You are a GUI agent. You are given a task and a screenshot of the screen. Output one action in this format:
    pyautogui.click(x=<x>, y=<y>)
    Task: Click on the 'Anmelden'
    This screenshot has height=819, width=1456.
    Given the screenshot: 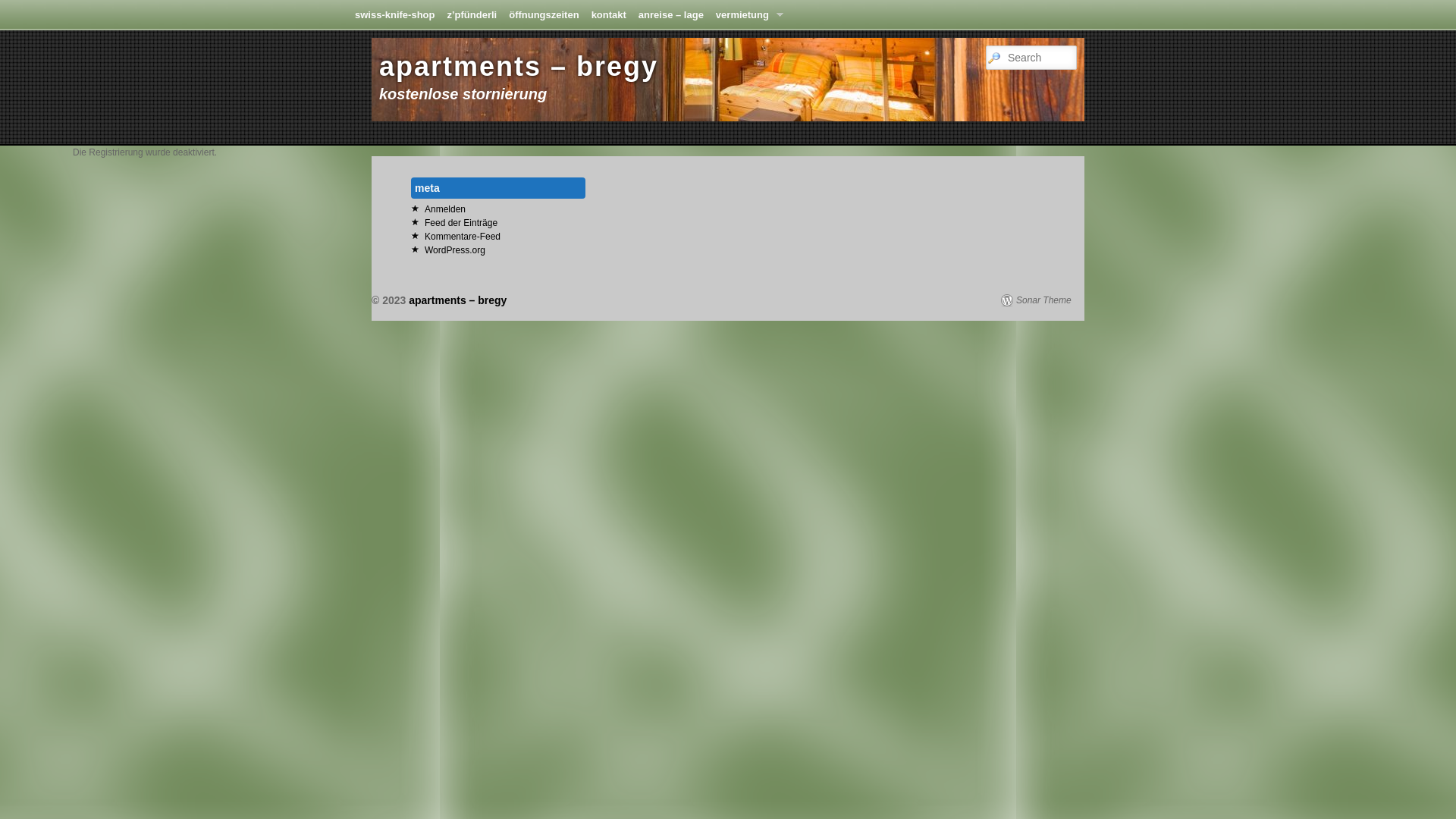 What is the action you would take?
    pyautogui.click(x=425, y=209)
    